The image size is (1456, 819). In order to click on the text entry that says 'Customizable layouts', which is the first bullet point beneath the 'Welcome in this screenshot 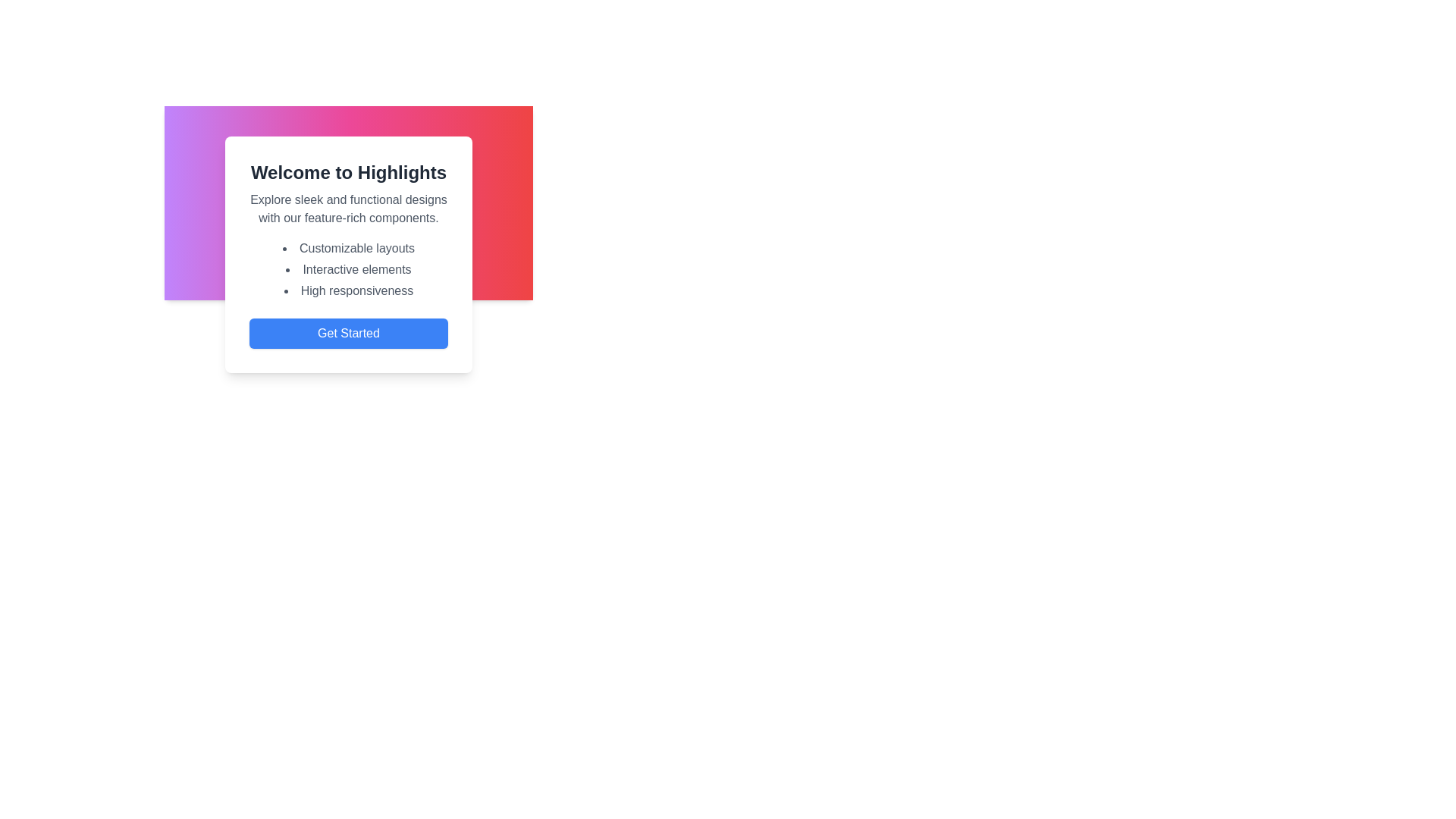, I will do `click(348, 253)`.